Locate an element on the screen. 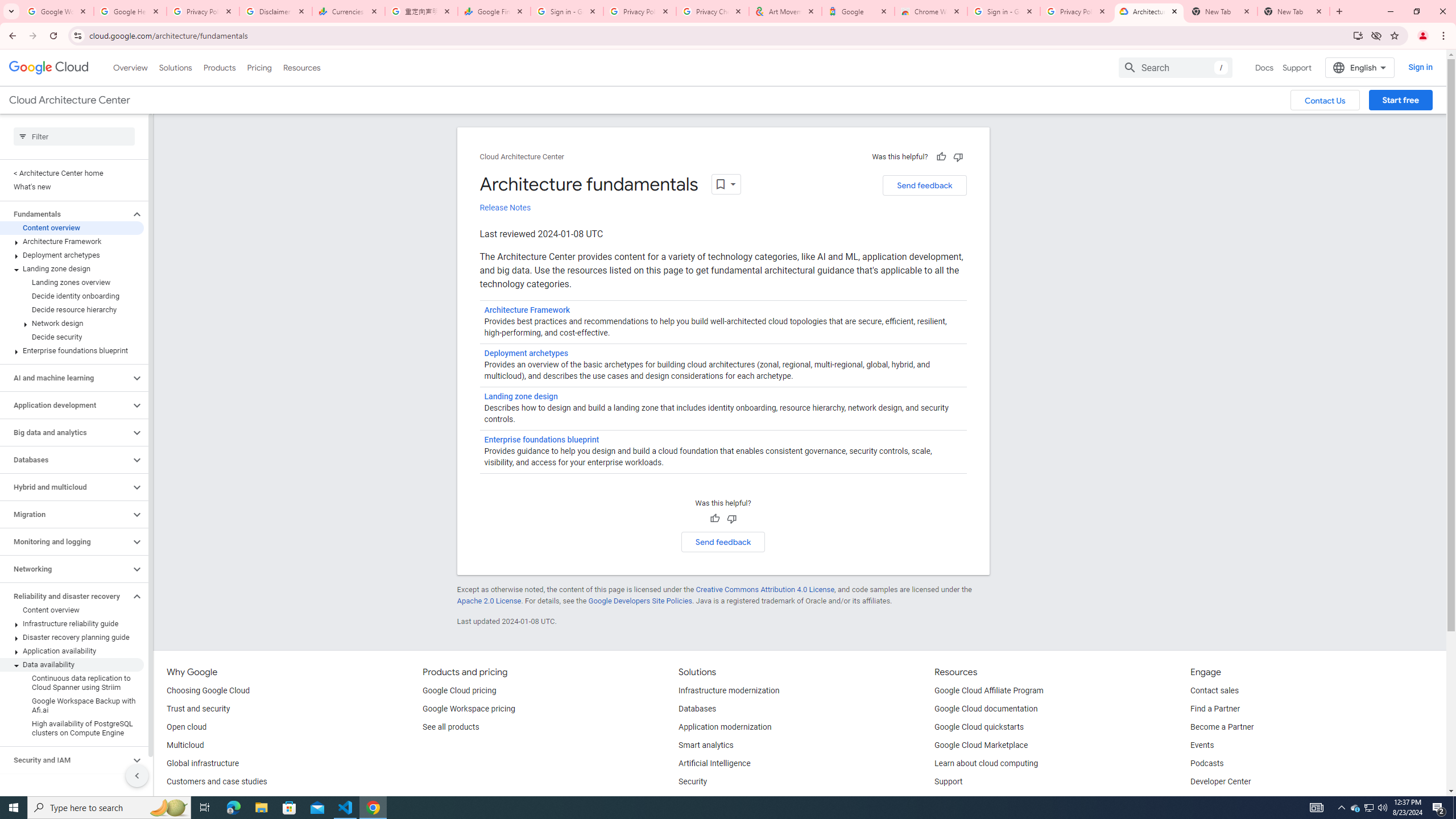 This screenshot has height=819, width=1456. 'Smart analytics' is located at coordinates (705, 745).